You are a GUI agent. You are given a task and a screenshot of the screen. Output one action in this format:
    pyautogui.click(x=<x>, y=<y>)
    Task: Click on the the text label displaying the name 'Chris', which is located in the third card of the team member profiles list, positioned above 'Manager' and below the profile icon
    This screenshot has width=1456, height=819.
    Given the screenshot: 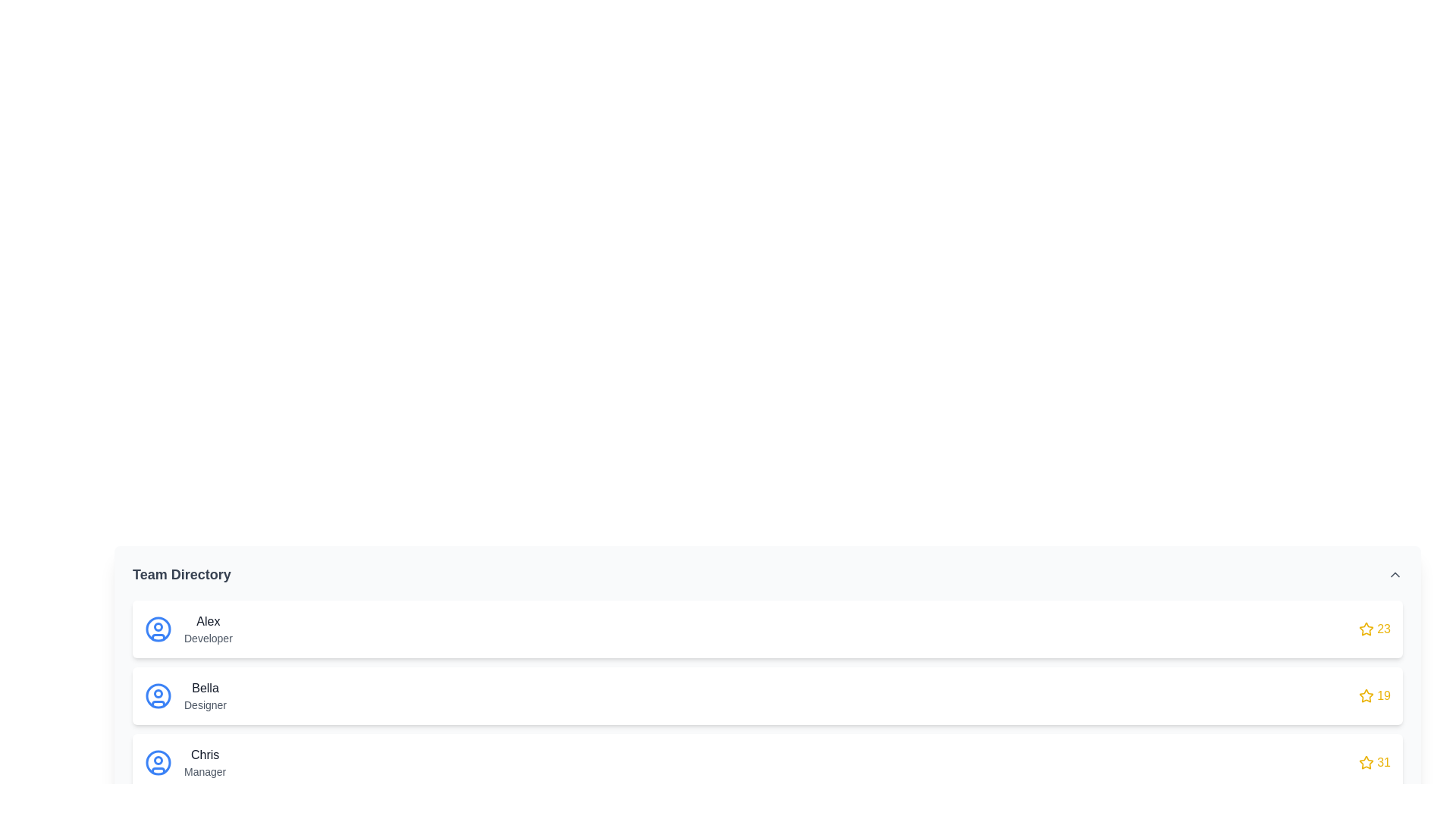 What is the action you would take?
    pyautogui.click(x=204, y=755)
    